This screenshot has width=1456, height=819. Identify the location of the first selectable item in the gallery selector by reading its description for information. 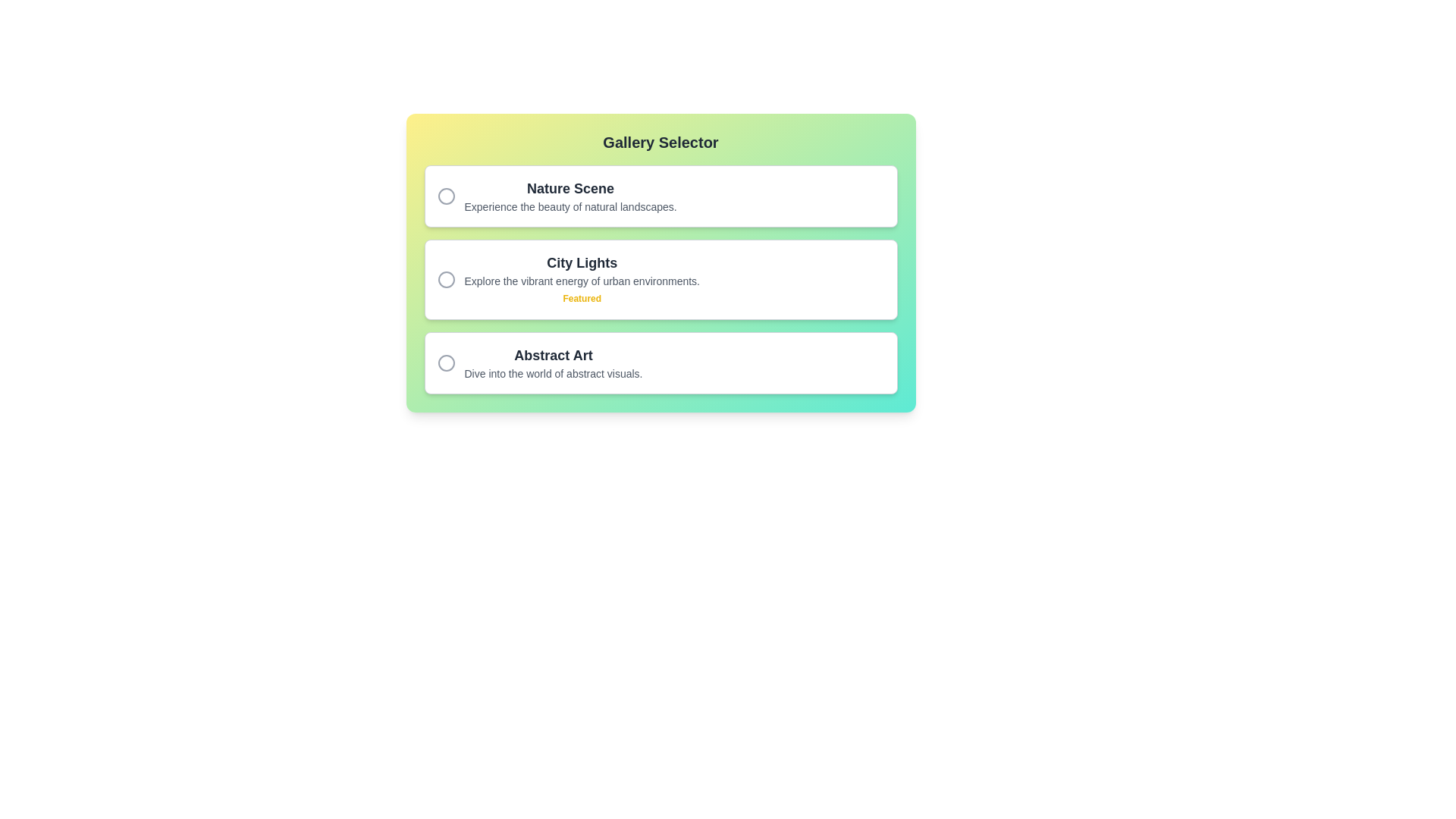
(661, 195).